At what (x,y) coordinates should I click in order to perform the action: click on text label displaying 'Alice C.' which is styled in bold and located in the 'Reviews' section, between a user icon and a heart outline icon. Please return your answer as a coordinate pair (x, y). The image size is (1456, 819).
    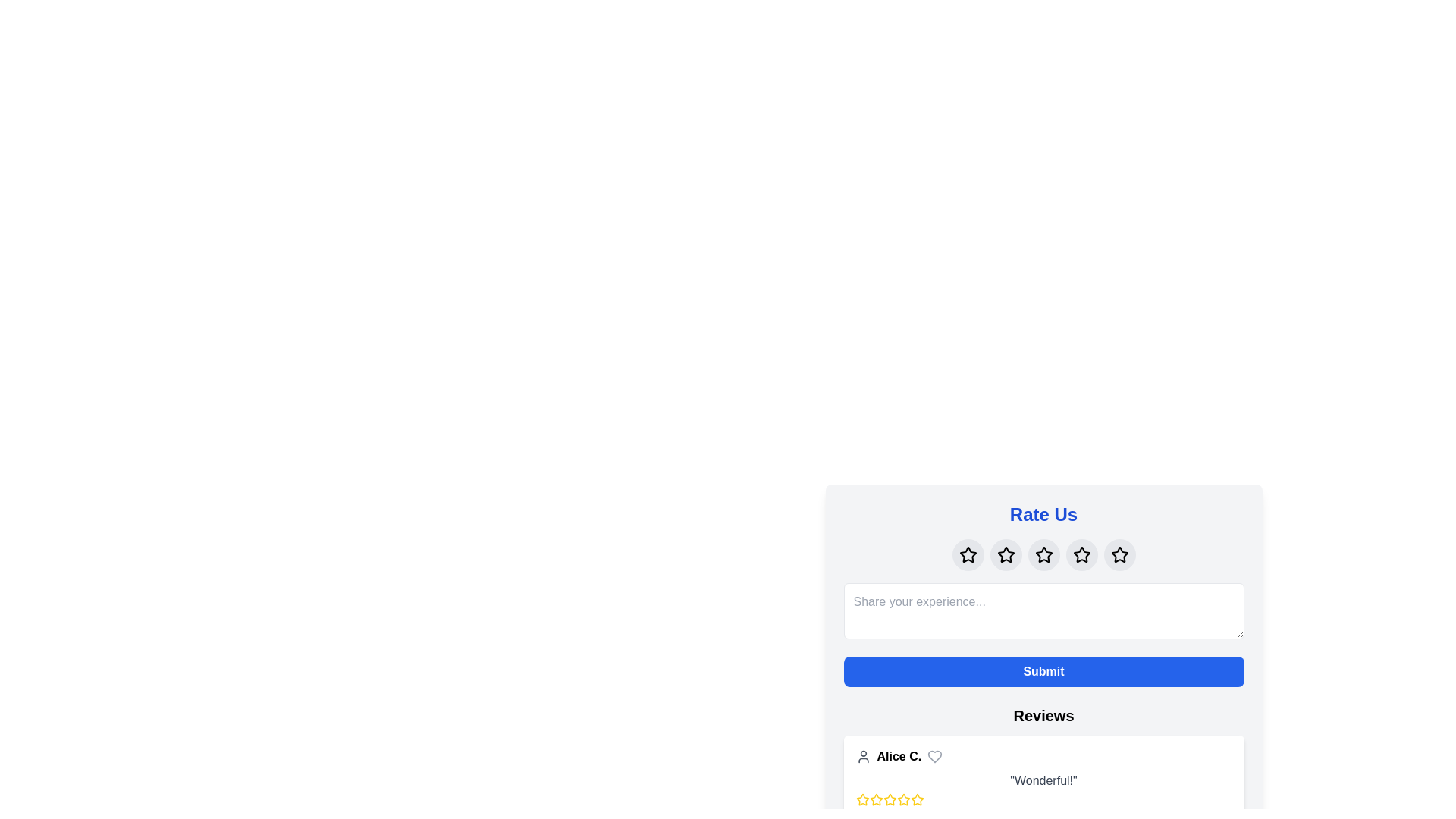
    Looking at the image, I should click on (899, 757).